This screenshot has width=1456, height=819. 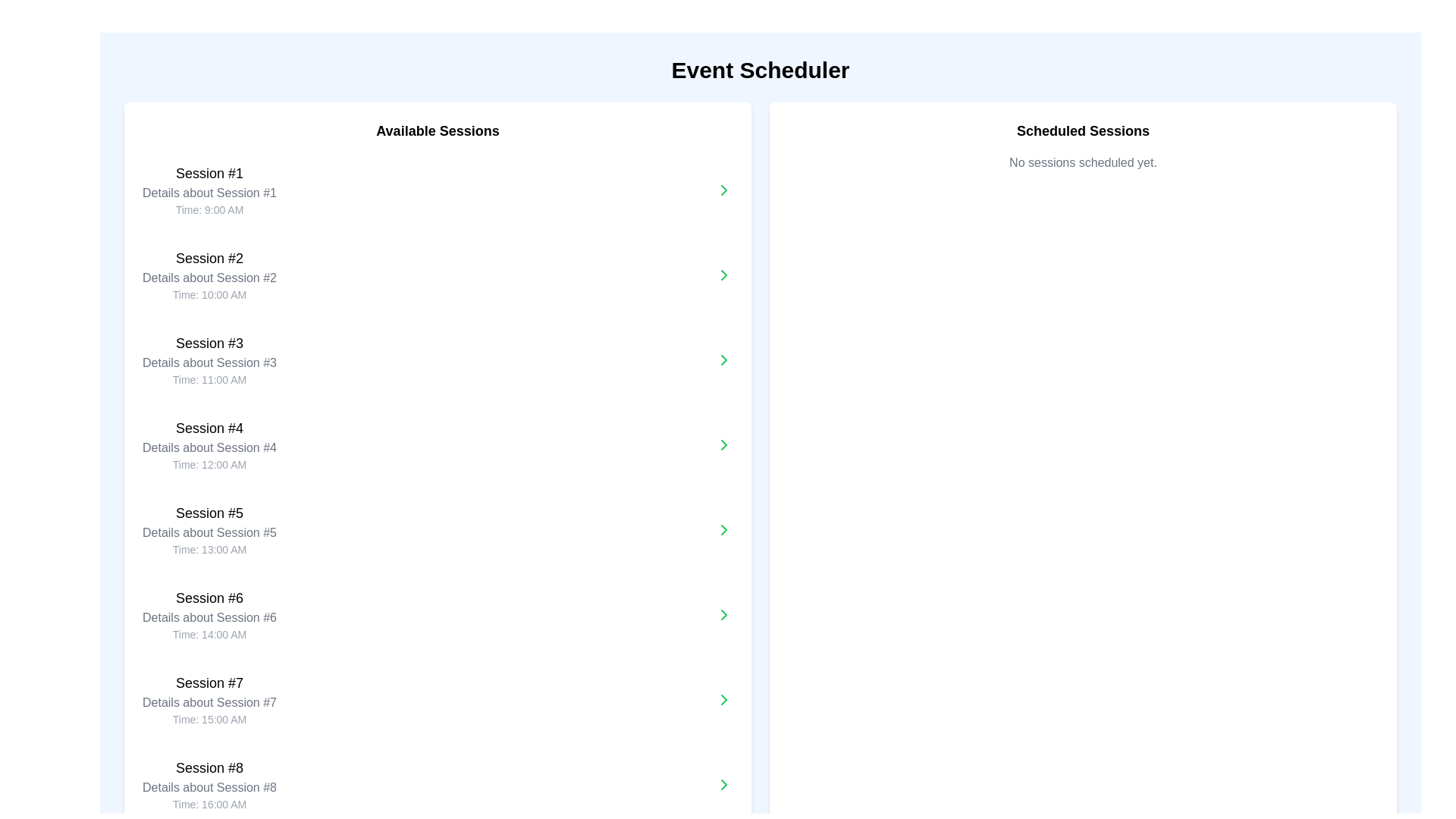 I want to click on the Chevron Navigation Icon associated with 'Session #7', so click(x=723, y=699).